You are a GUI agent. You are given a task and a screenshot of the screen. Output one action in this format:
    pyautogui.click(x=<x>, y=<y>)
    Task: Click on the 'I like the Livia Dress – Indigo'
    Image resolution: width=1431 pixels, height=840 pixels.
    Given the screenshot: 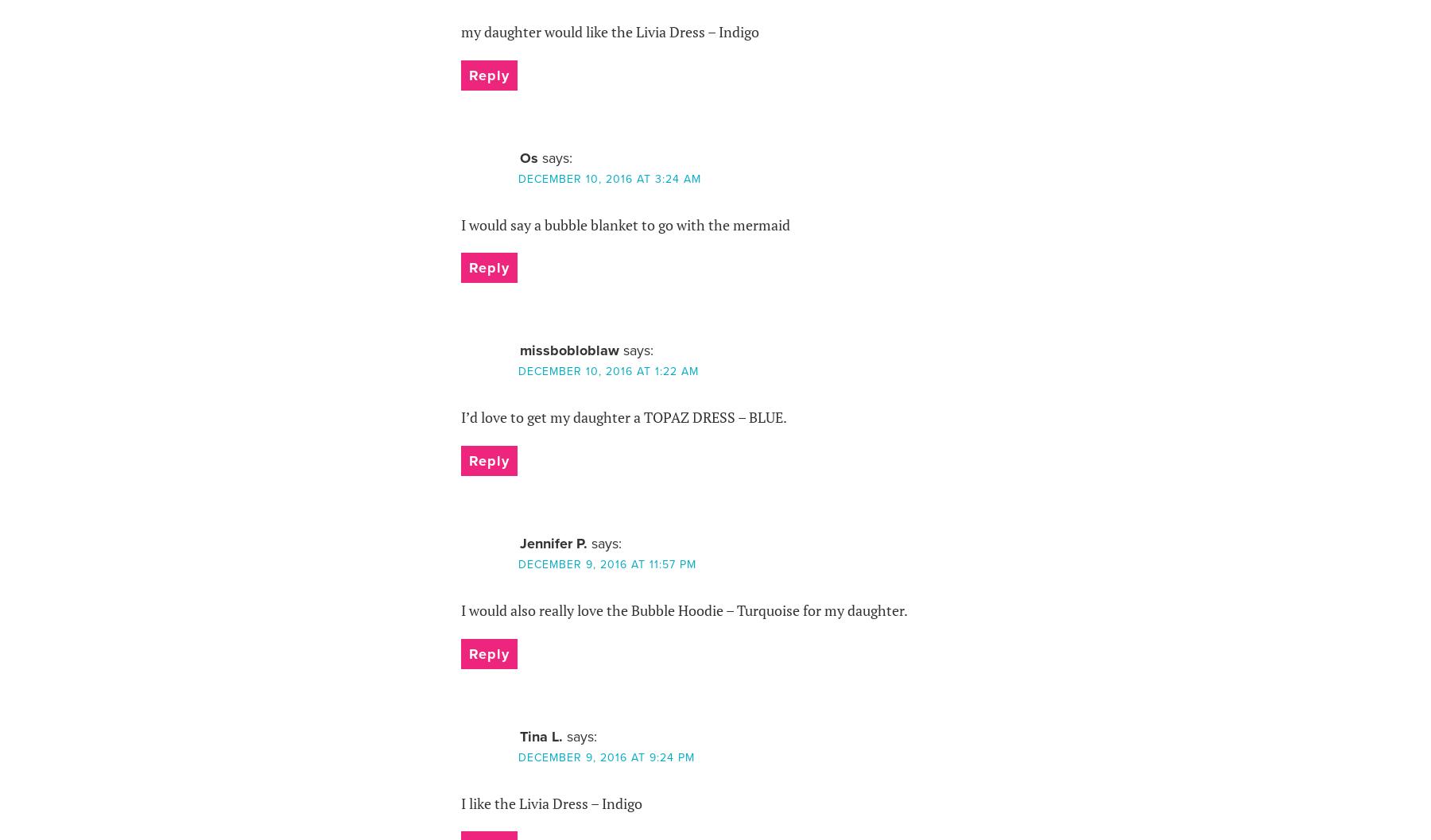 What is the action you would take?
    pyautogui.click(x=550, y=801)
    